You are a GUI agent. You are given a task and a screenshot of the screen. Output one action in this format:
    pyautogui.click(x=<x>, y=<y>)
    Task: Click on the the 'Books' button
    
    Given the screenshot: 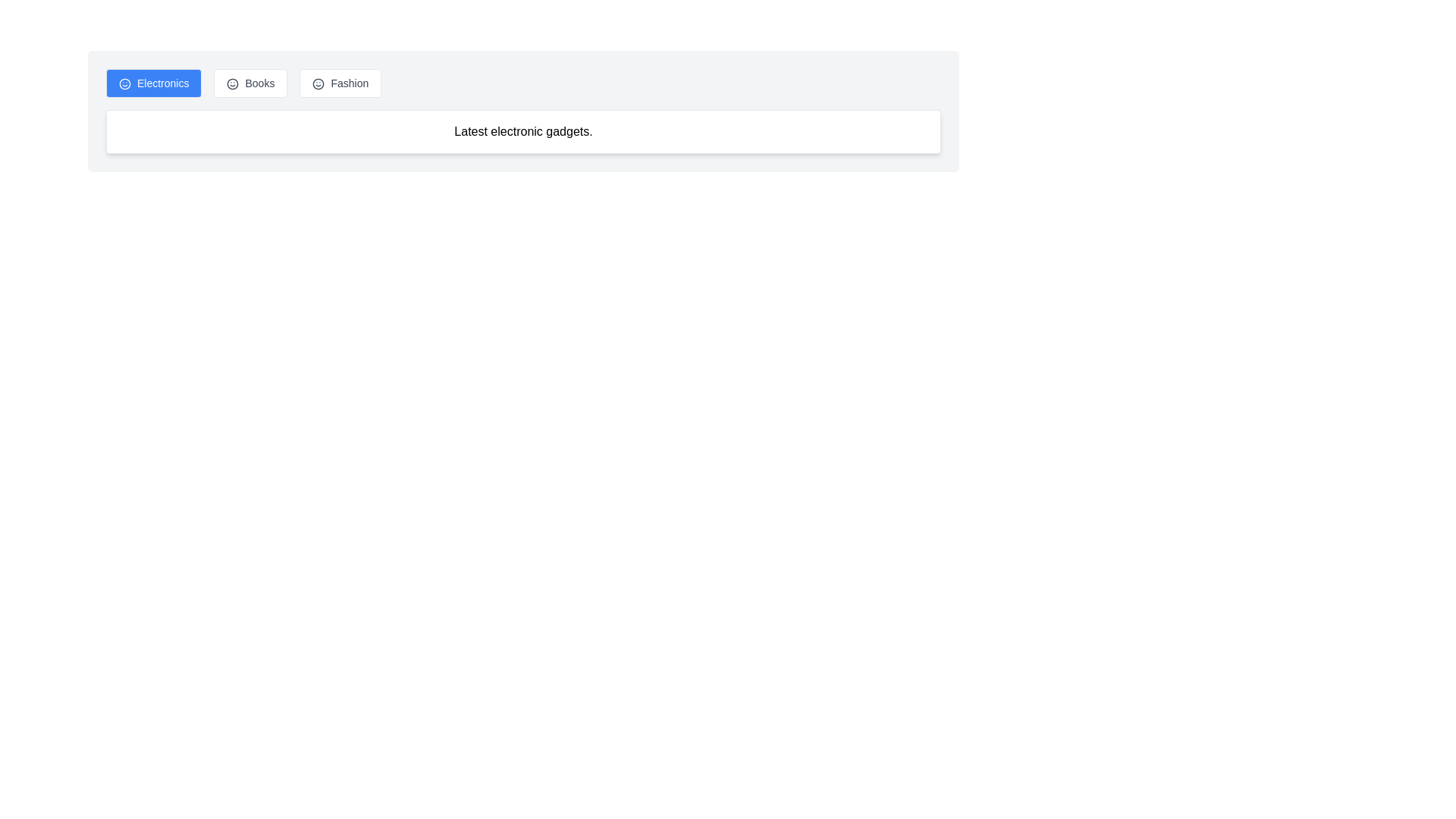 What is the action you would take?
    pyautogui.click(x=251, y=83)
    